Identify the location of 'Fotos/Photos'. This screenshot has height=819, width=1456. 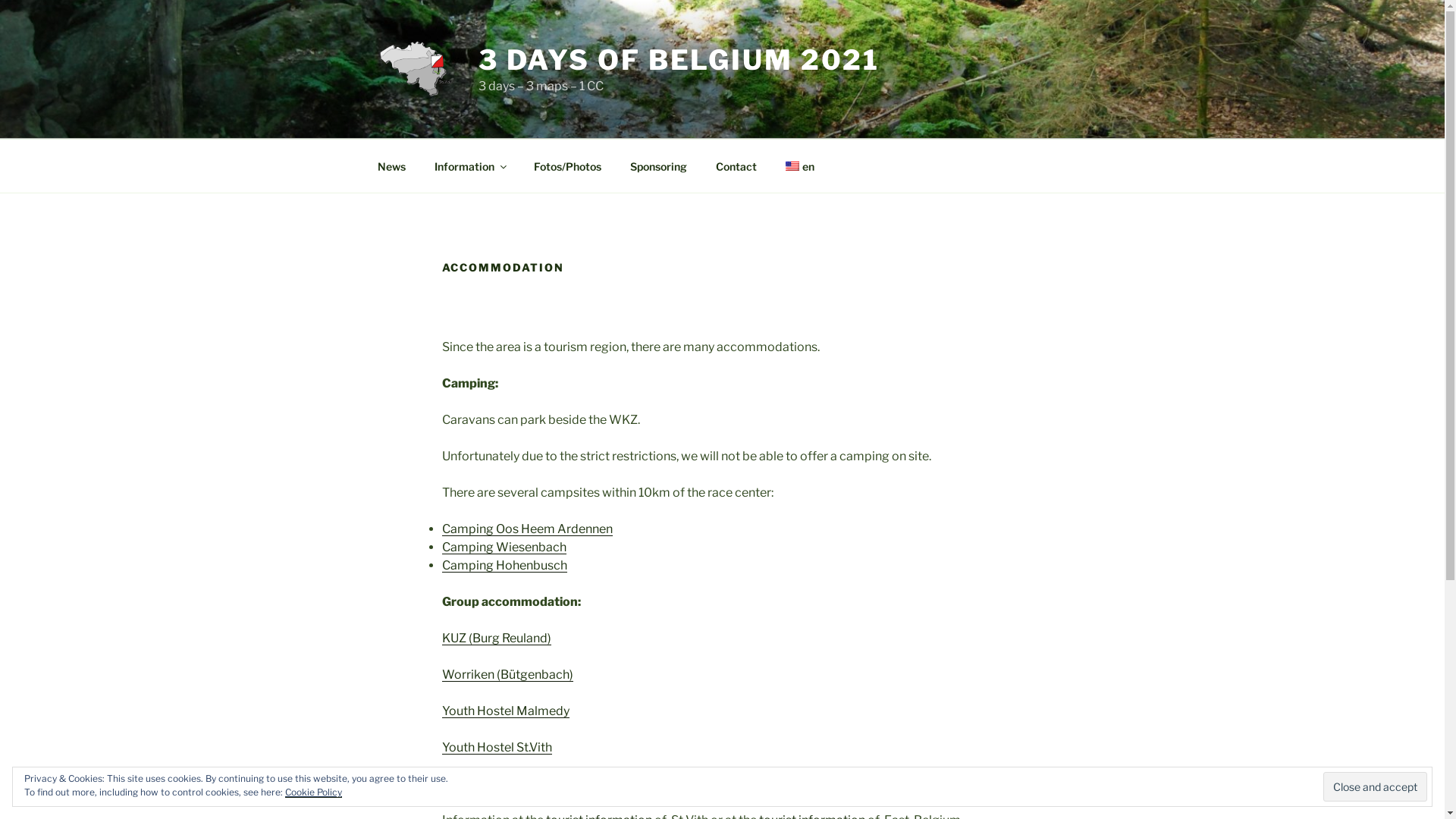
(566, 165).